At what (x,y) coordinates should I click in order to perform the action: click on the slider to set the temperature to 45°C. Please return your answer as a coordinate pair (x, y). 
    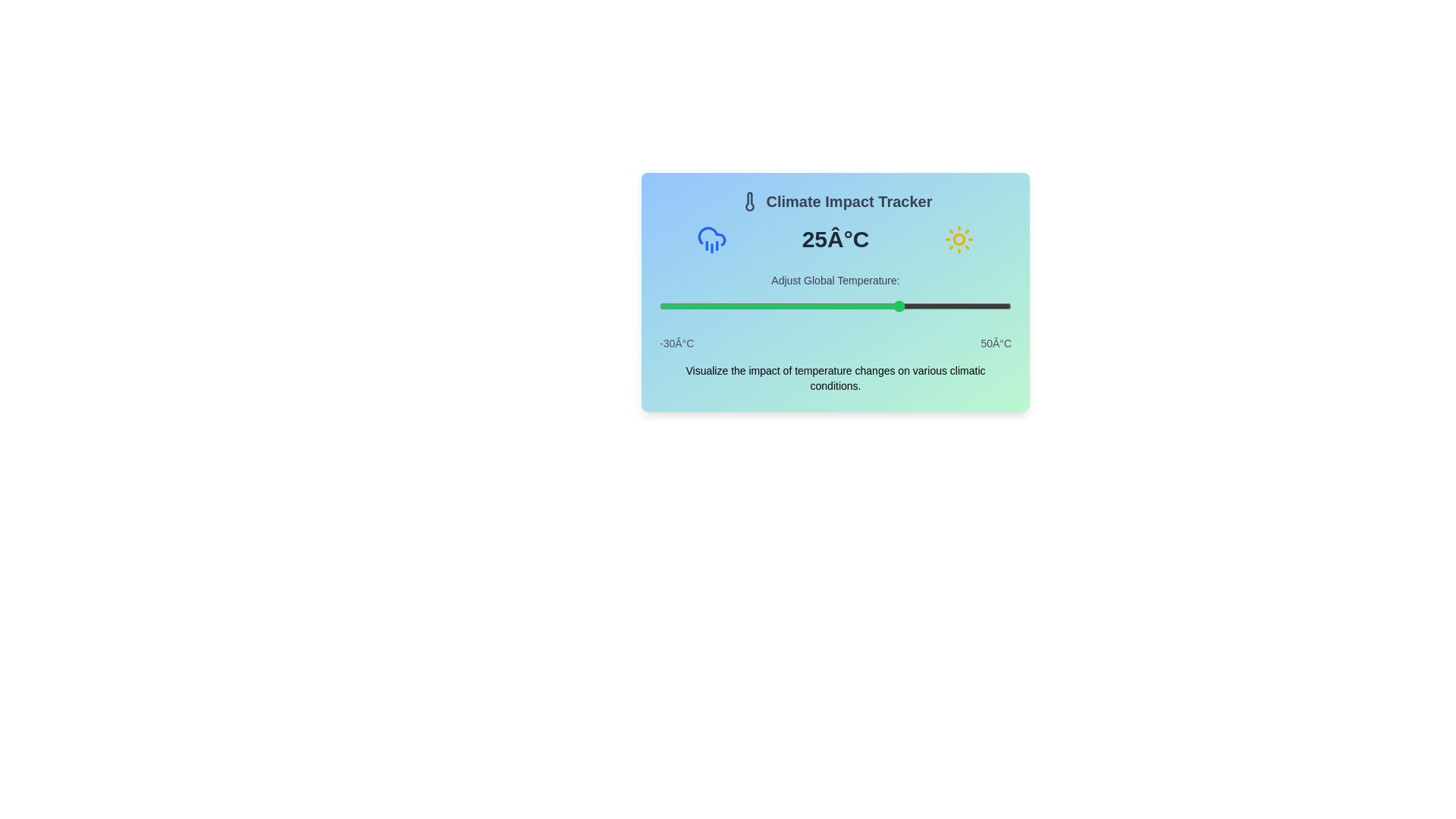
    Looking at the image, I should click on (990, 306).